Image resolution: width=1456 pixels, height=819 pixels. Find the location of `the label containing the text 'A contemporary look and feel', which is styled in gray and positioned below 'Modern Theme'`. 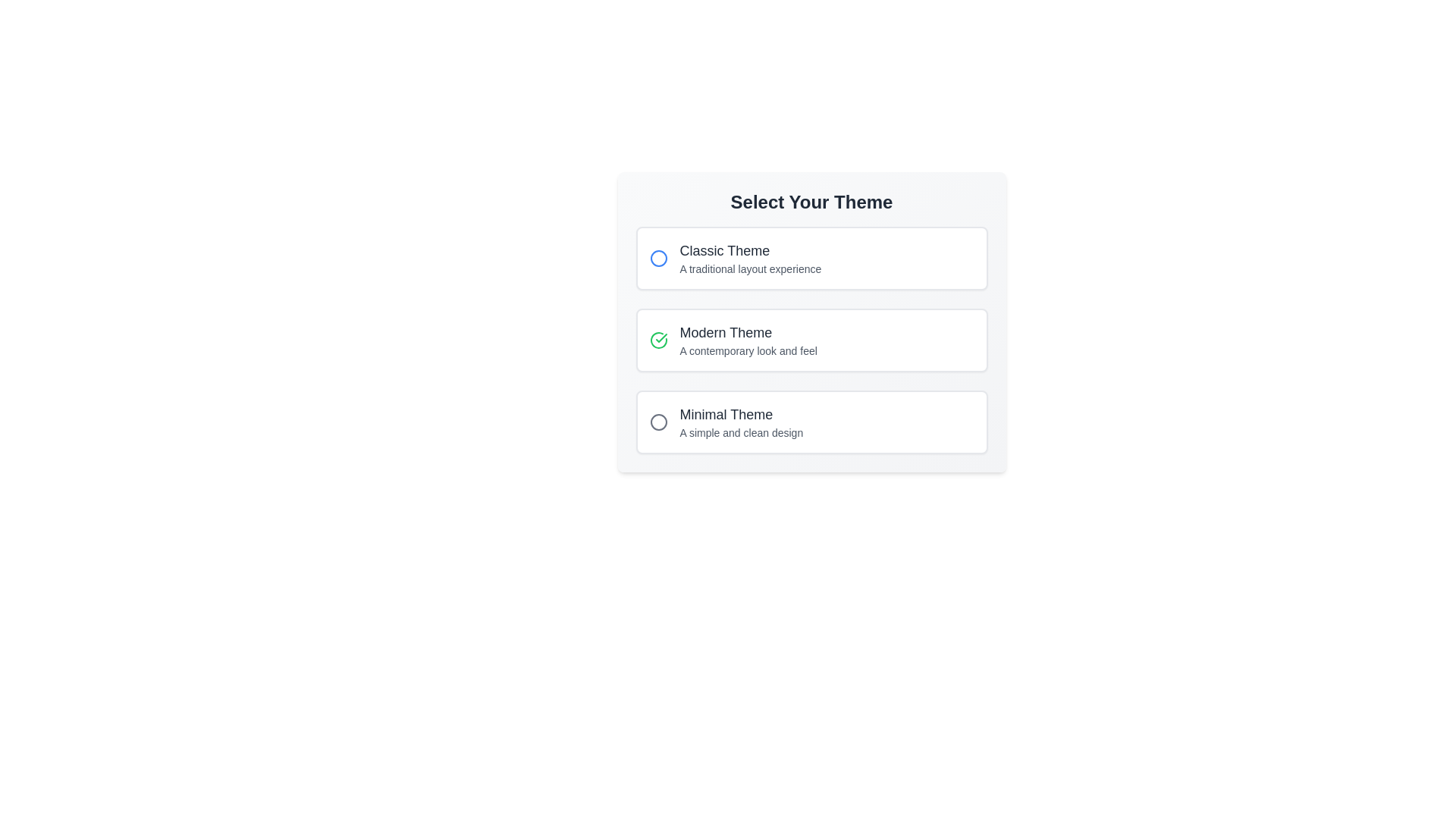

the label containing the text 'A contemporary look and feel', which is styled in gray and positioned below 'Modern Theme' is located at coordinates (748, 350).